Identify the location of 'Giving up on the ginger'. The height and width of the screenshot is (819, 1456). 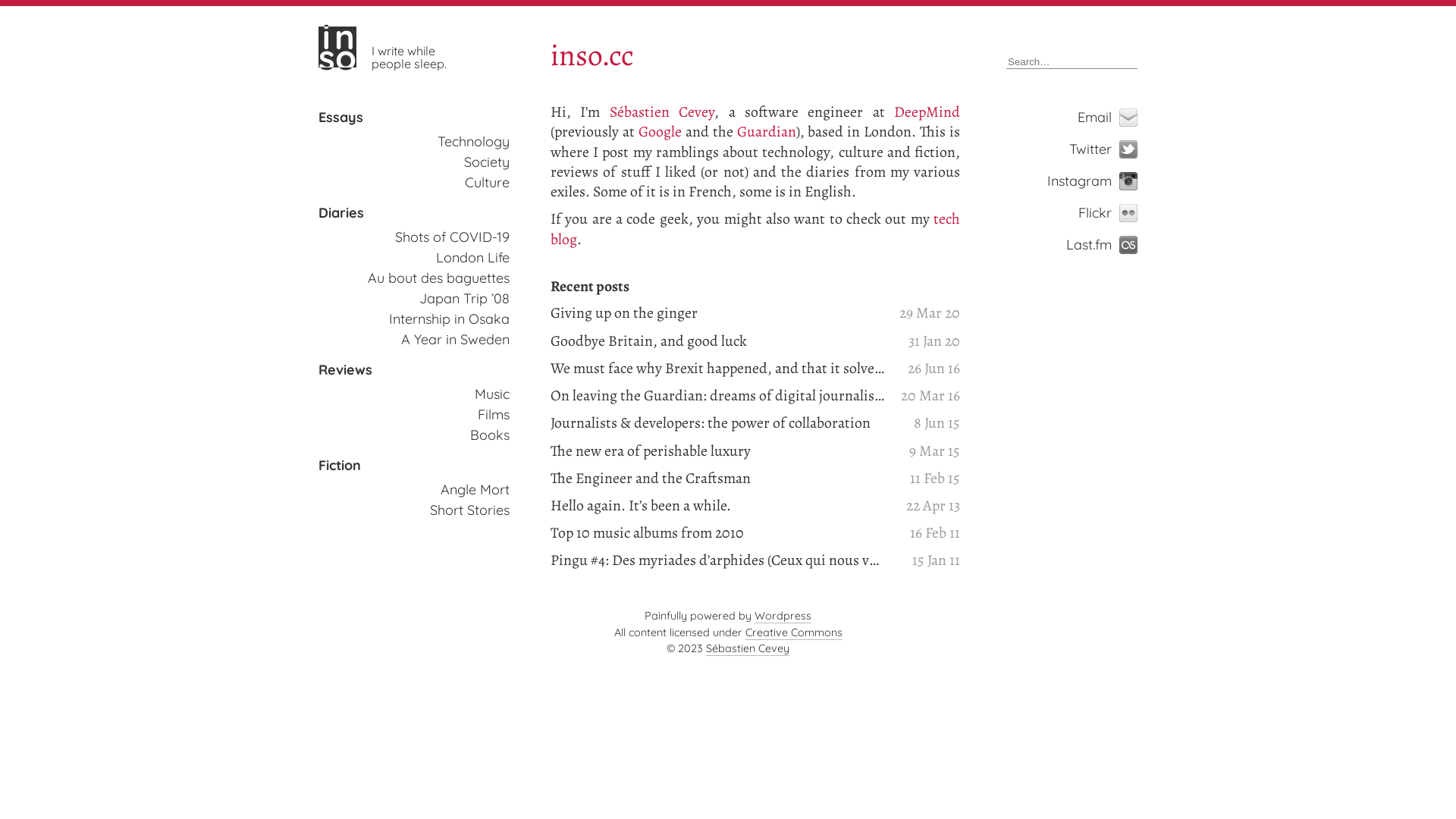
(717, 312).